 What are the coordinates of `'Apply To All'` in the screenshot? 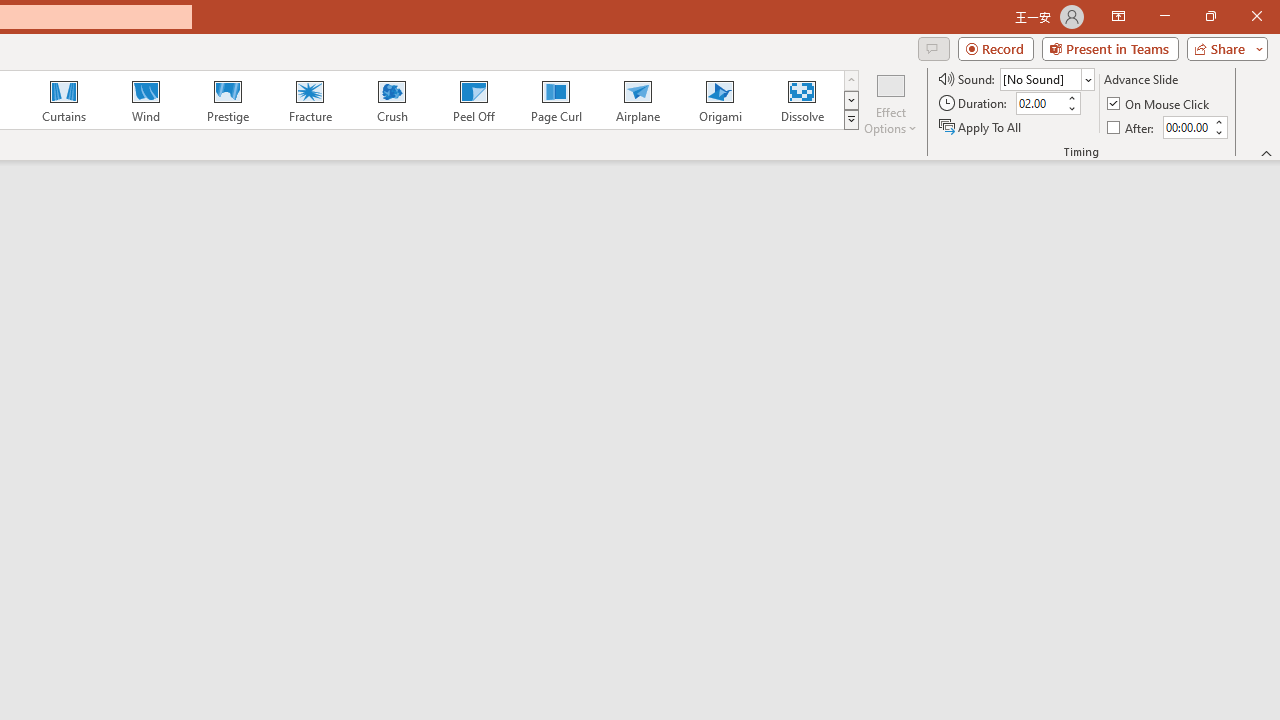 It's located at (981, 127).